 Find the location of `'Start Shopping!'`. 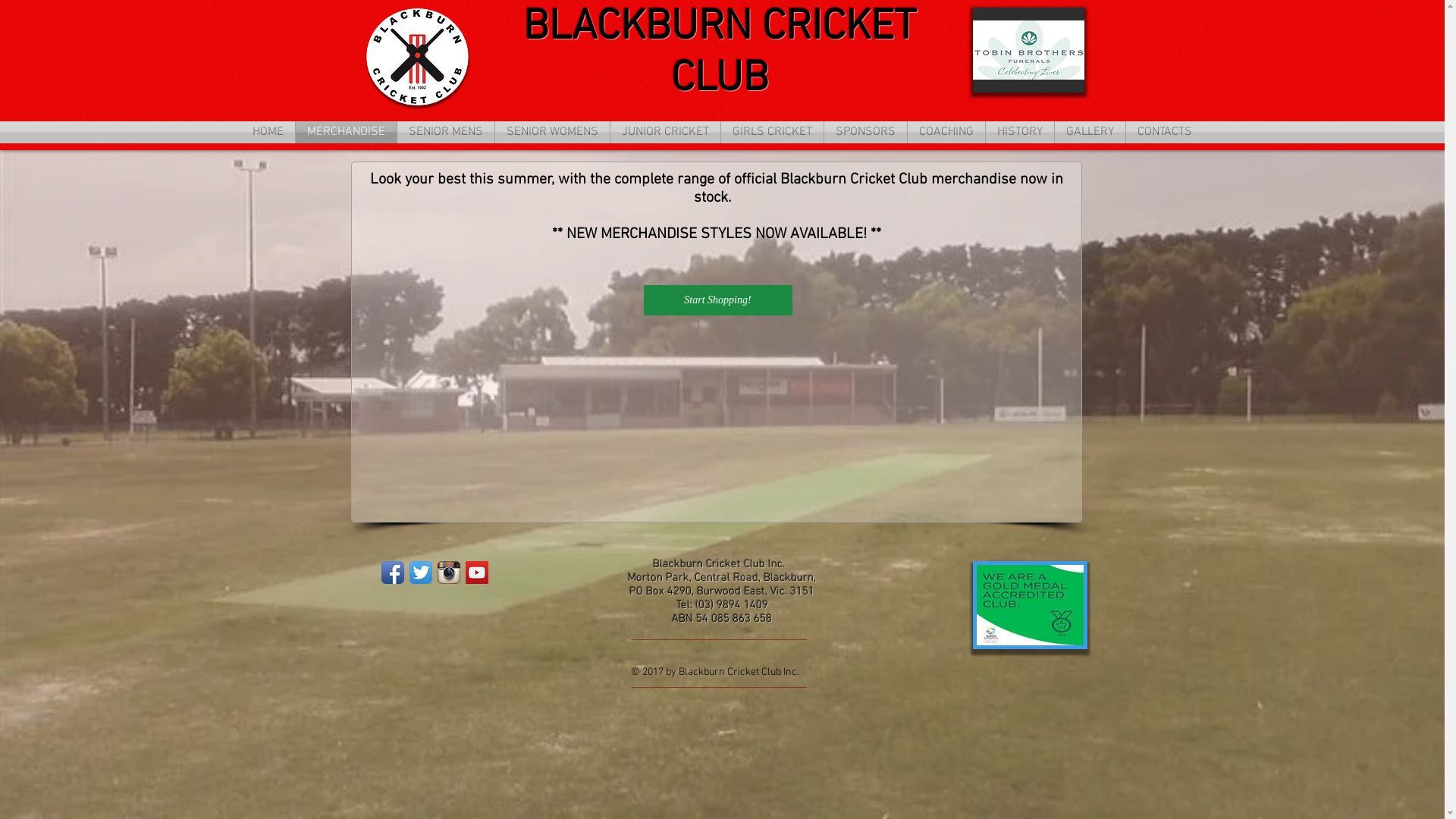

'Start Shopping!' is located at coordinates (716, 300).